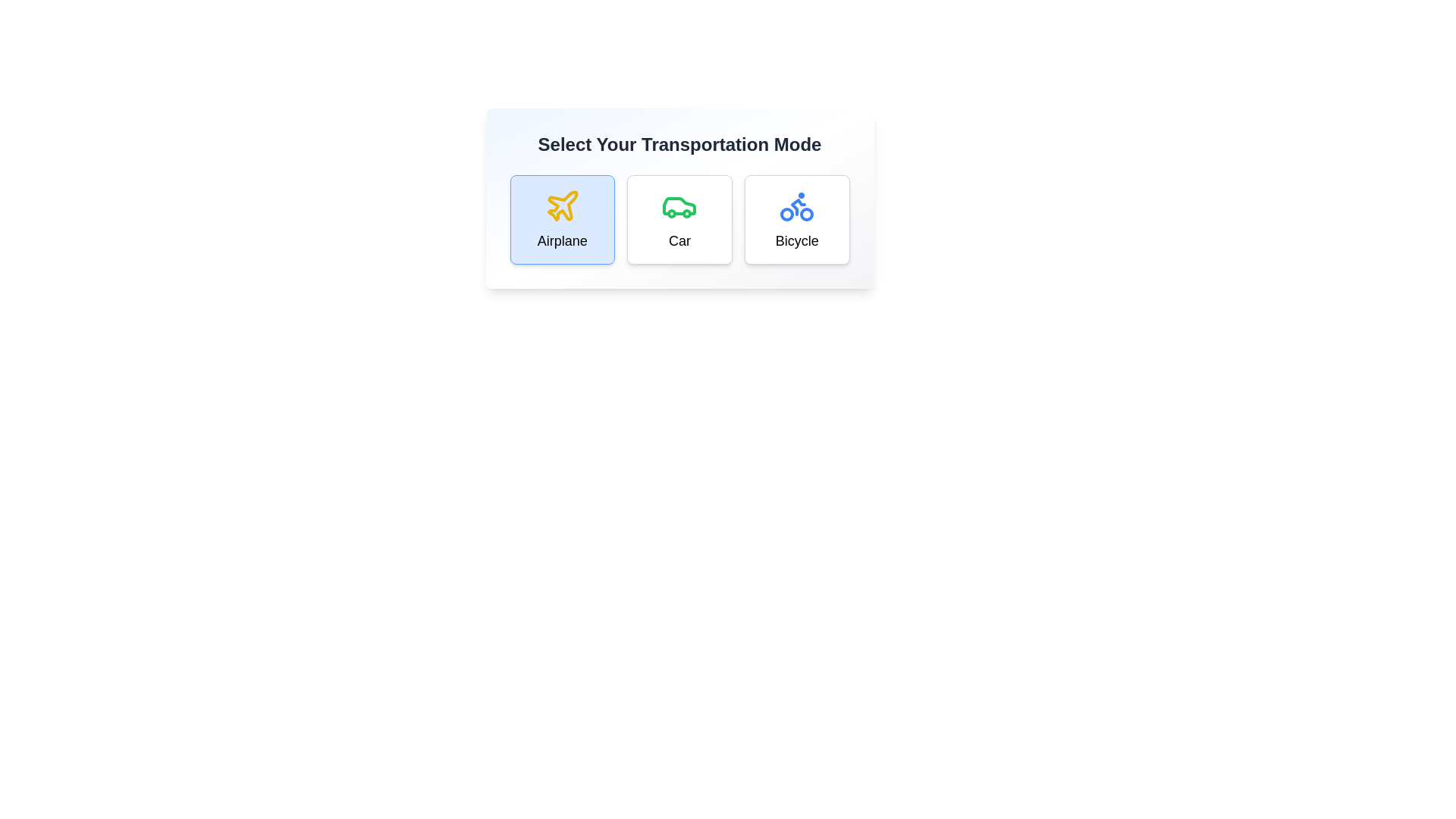 This screenshot has width=1456, height=819. I want to click on text label displaying 'Car' that is bold and located under the green car icon in the center card of a group of three horizontally aligned cards, so click(679, 240).